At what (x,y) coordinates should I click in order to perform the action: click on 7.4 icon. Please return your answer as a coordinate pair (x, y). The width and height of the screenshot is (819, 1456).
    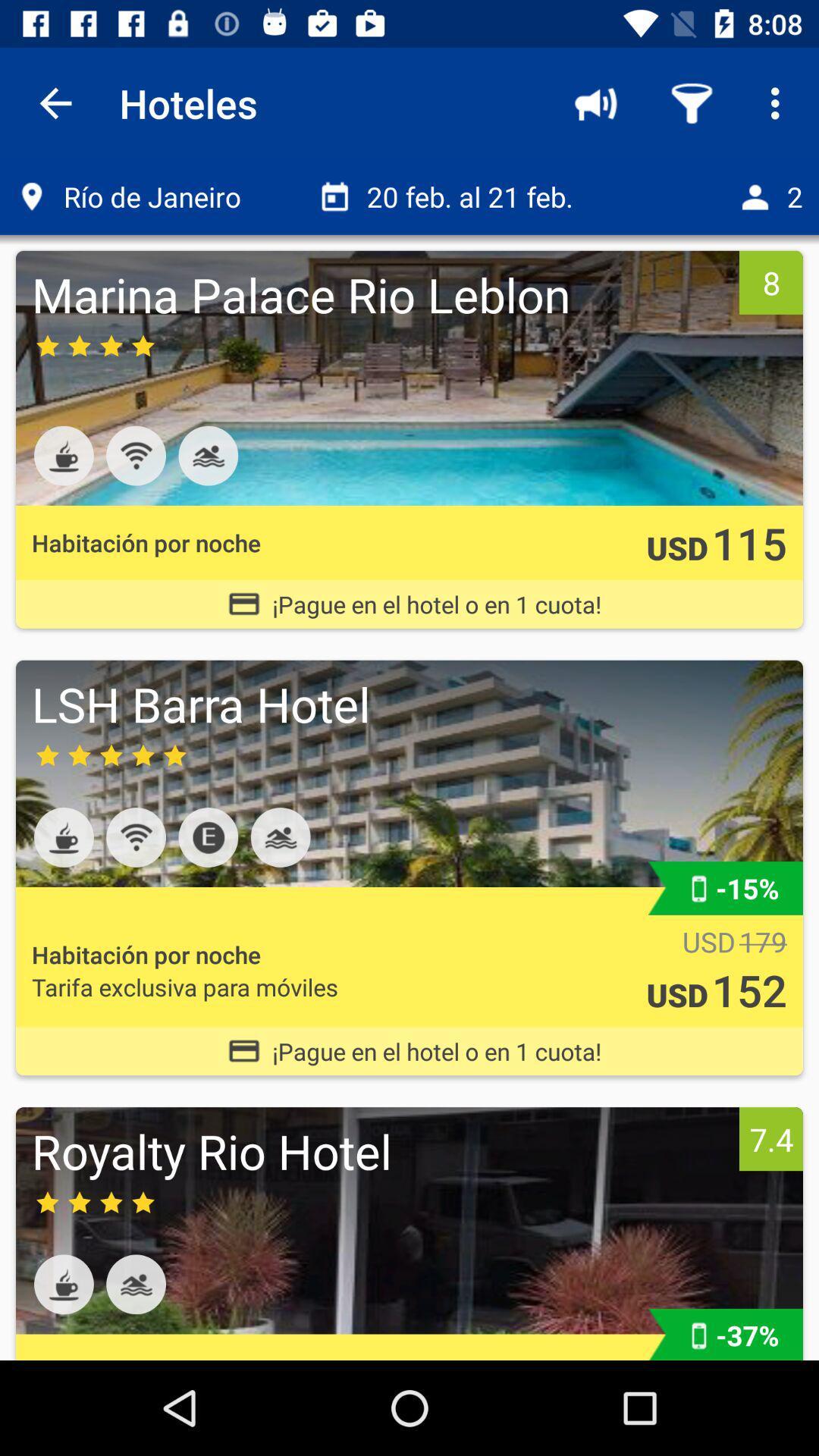
    Looking at the image, I should click on (771, 1139).